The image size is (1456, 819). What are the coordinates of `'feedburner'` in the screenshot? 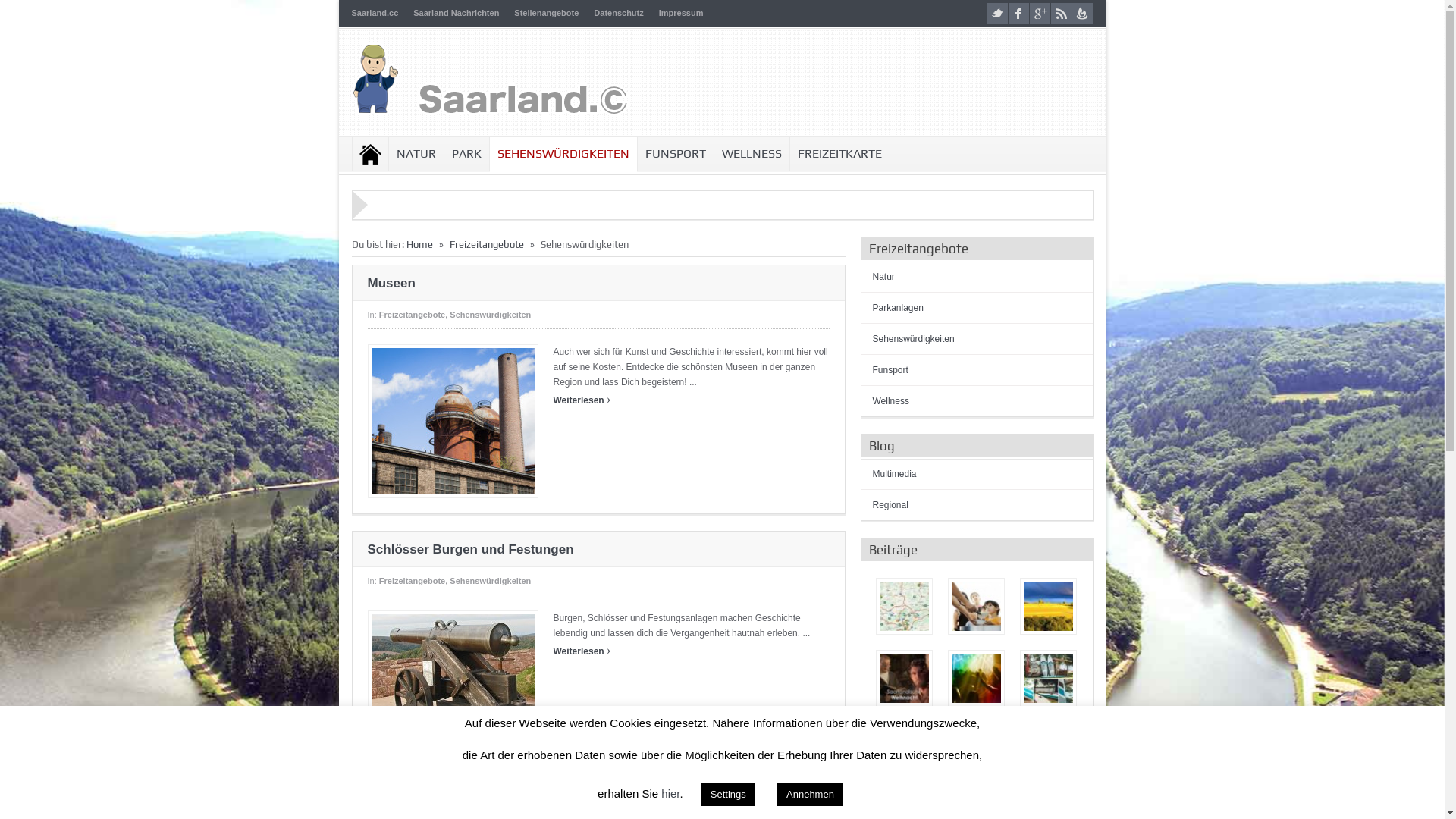 It's located at (1081, 13).